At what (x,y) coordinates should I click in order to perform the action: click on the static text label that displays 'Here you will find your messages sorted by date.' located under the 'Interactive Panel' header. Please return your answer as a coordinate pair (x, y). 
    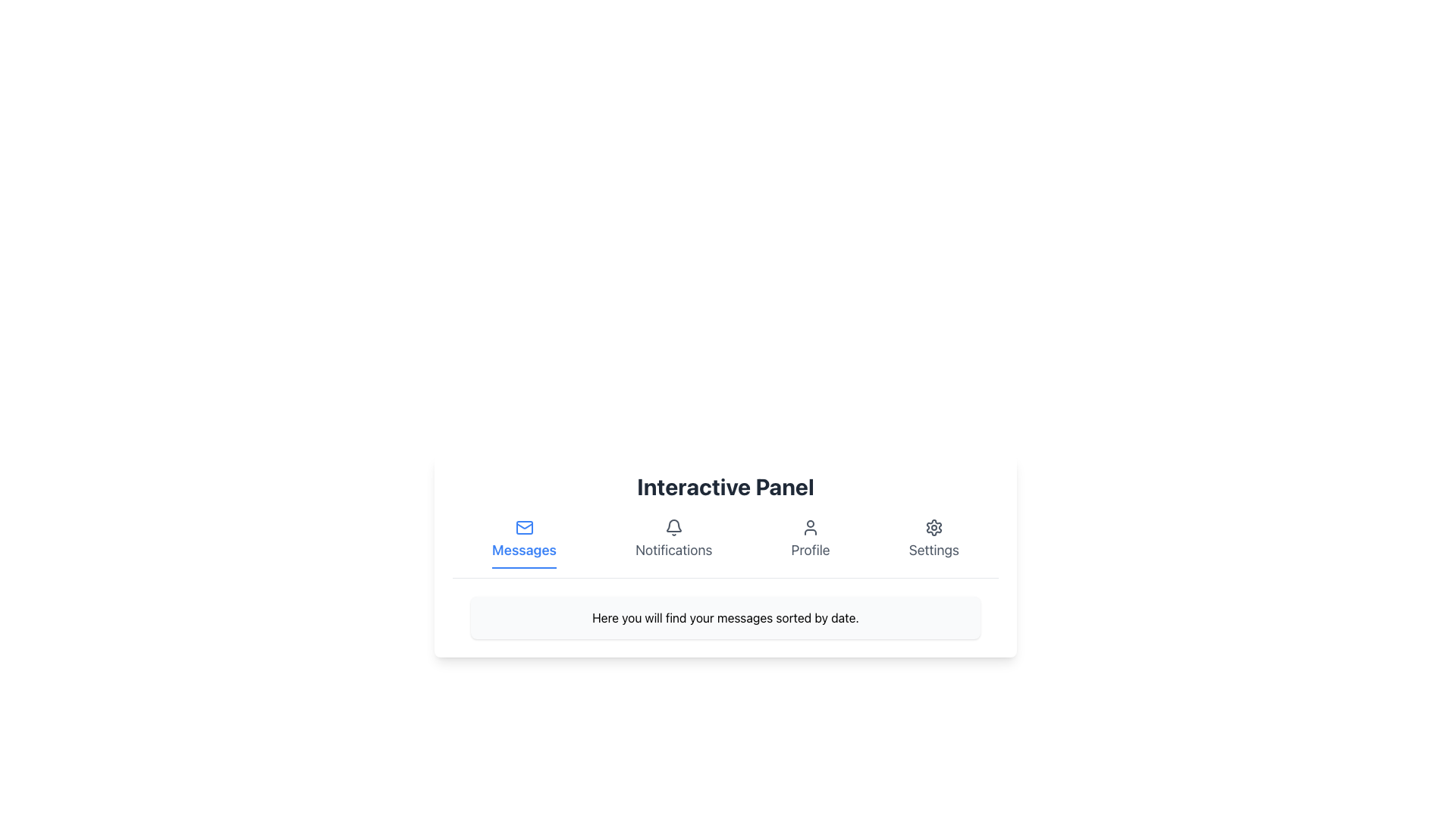
    Looking at the image, I should click on (724, 617).